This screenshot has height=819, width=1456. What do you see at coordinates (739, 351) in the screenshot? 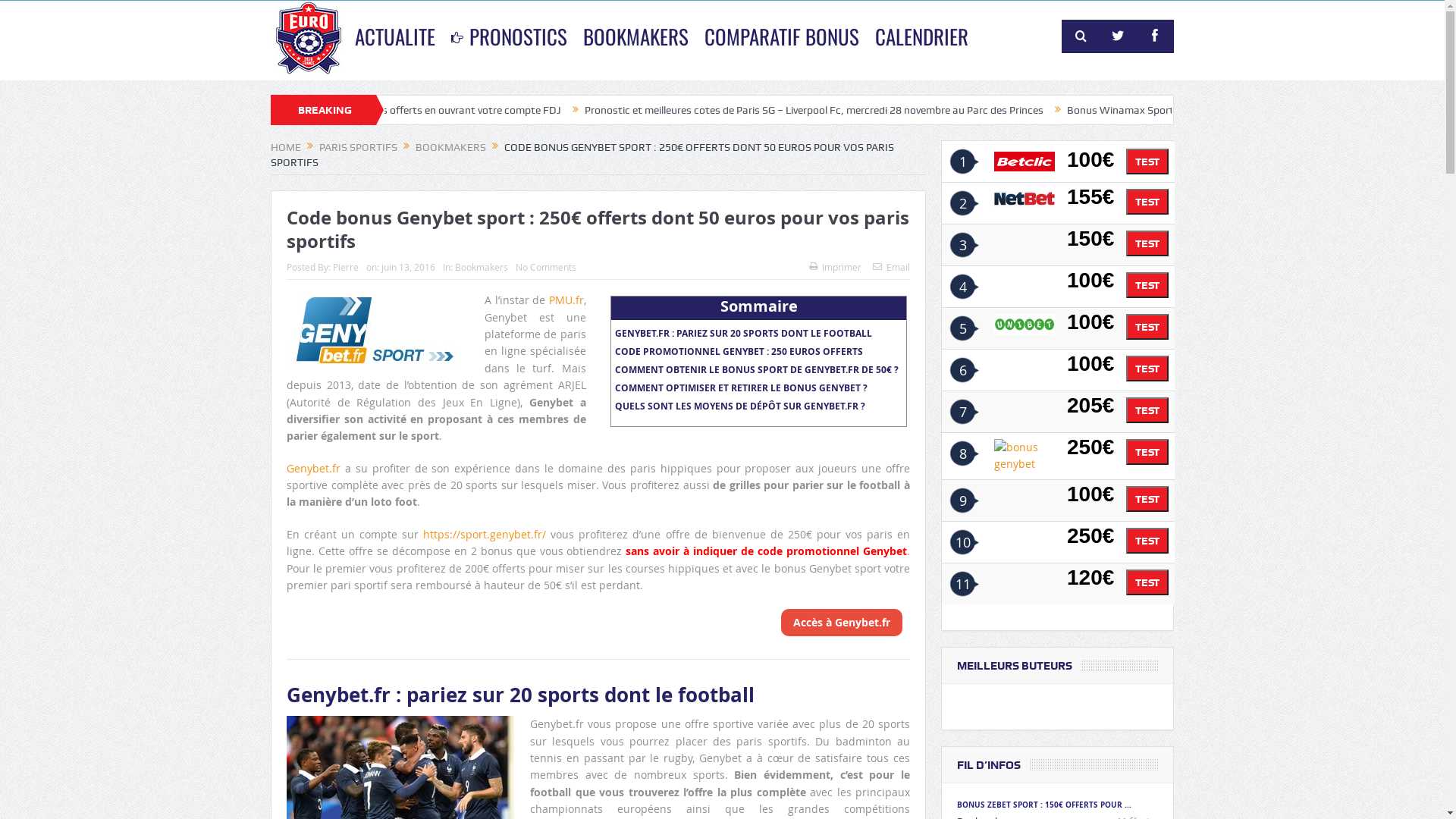
I see `'CODE PROMOTIONNEL GENYBET : 250 EUROS OFFERTS'` at bounding box center [739, 351].